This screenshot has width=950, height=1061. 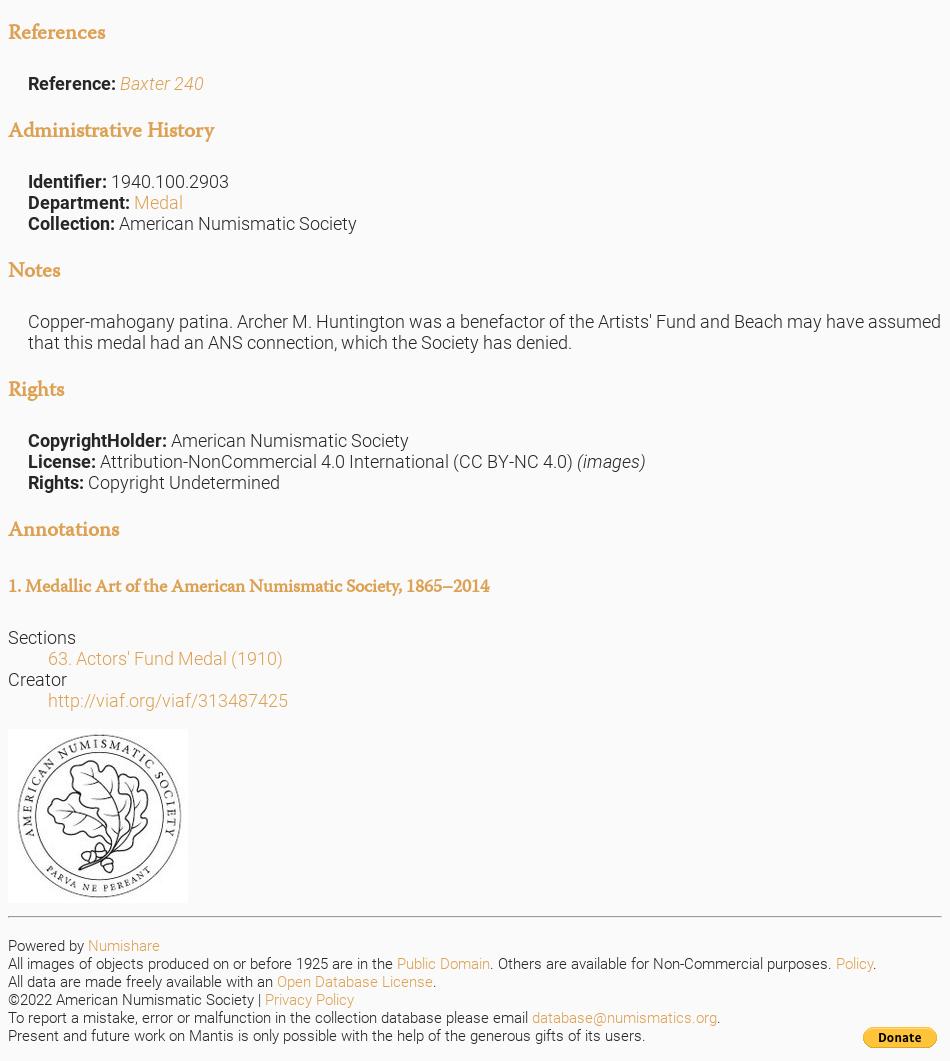 What do you see at coordinates (609, 461) in the screenshot?
I see `'(images)'` at bounding box center [609, 461].